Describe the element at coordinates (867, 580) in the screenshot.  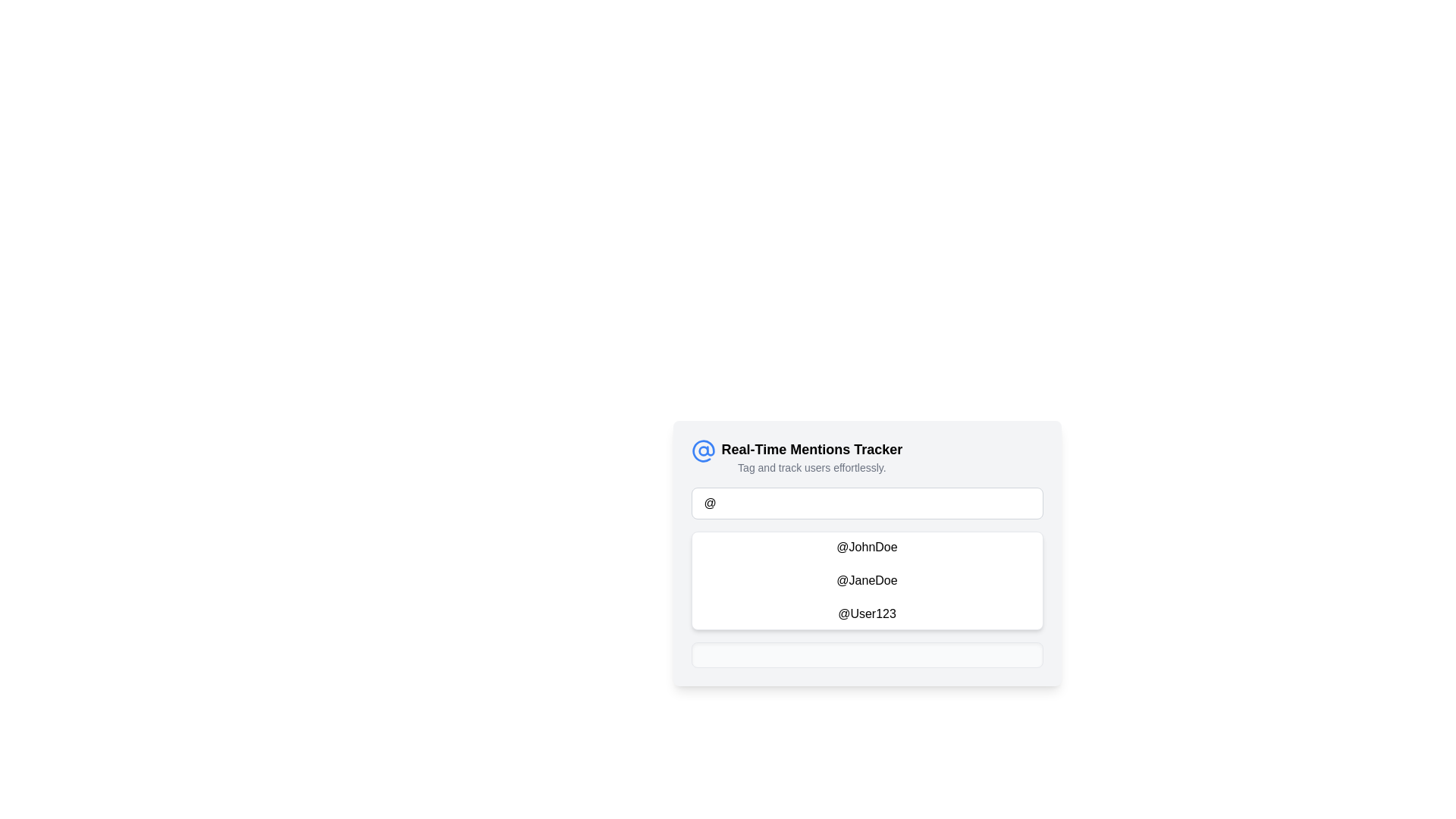
I see `the selectable text item displaying the username '@JaneDoe'` at that location.